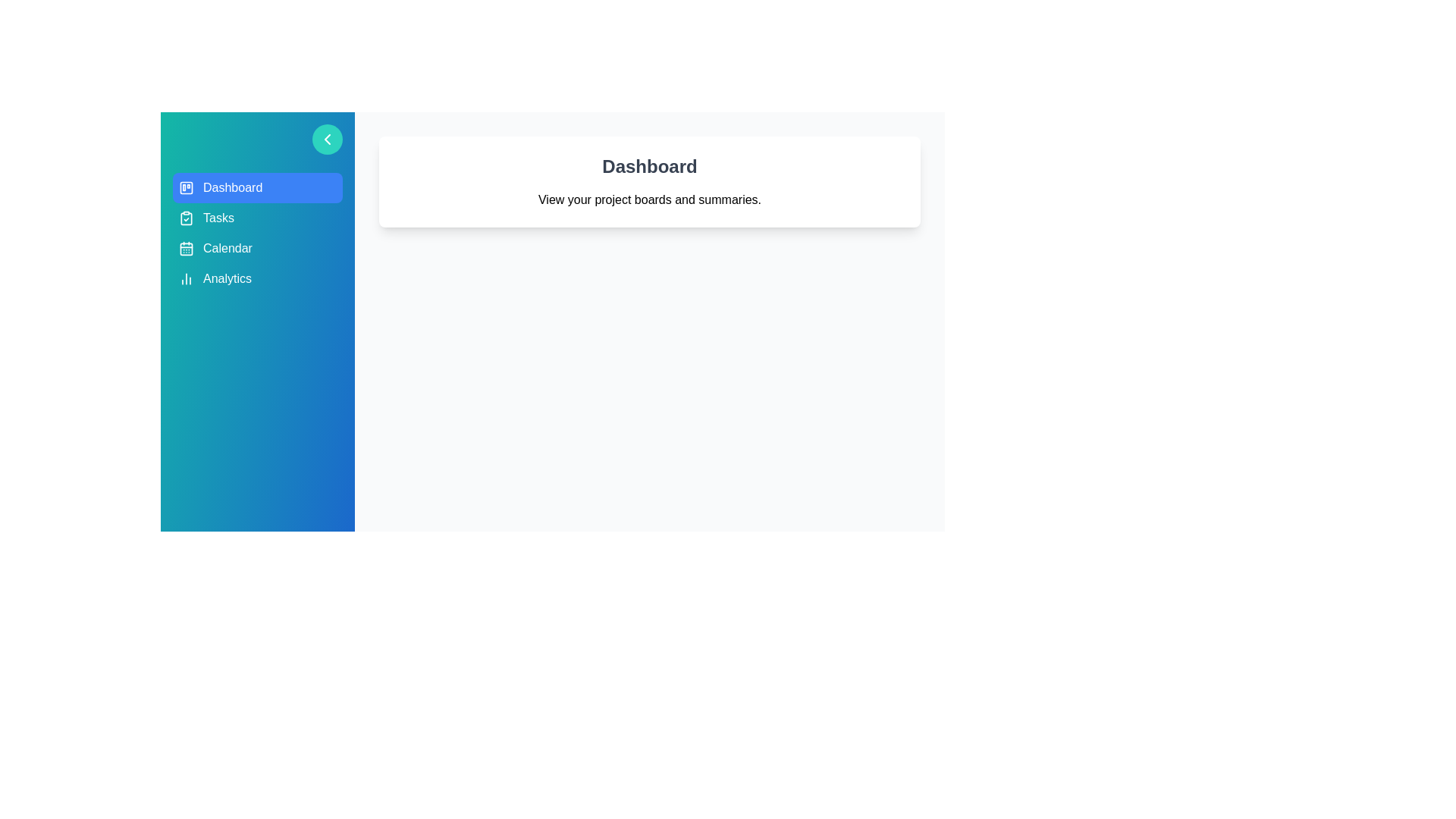 This screenshot has width=1456, height=819. What do you see at coordinates (258, 187) in the screenshot?
I see `the blue 'Dashboard' navigation button located at the top of the vertical menu on the left side of the interface` at bounding box center [258, 187].